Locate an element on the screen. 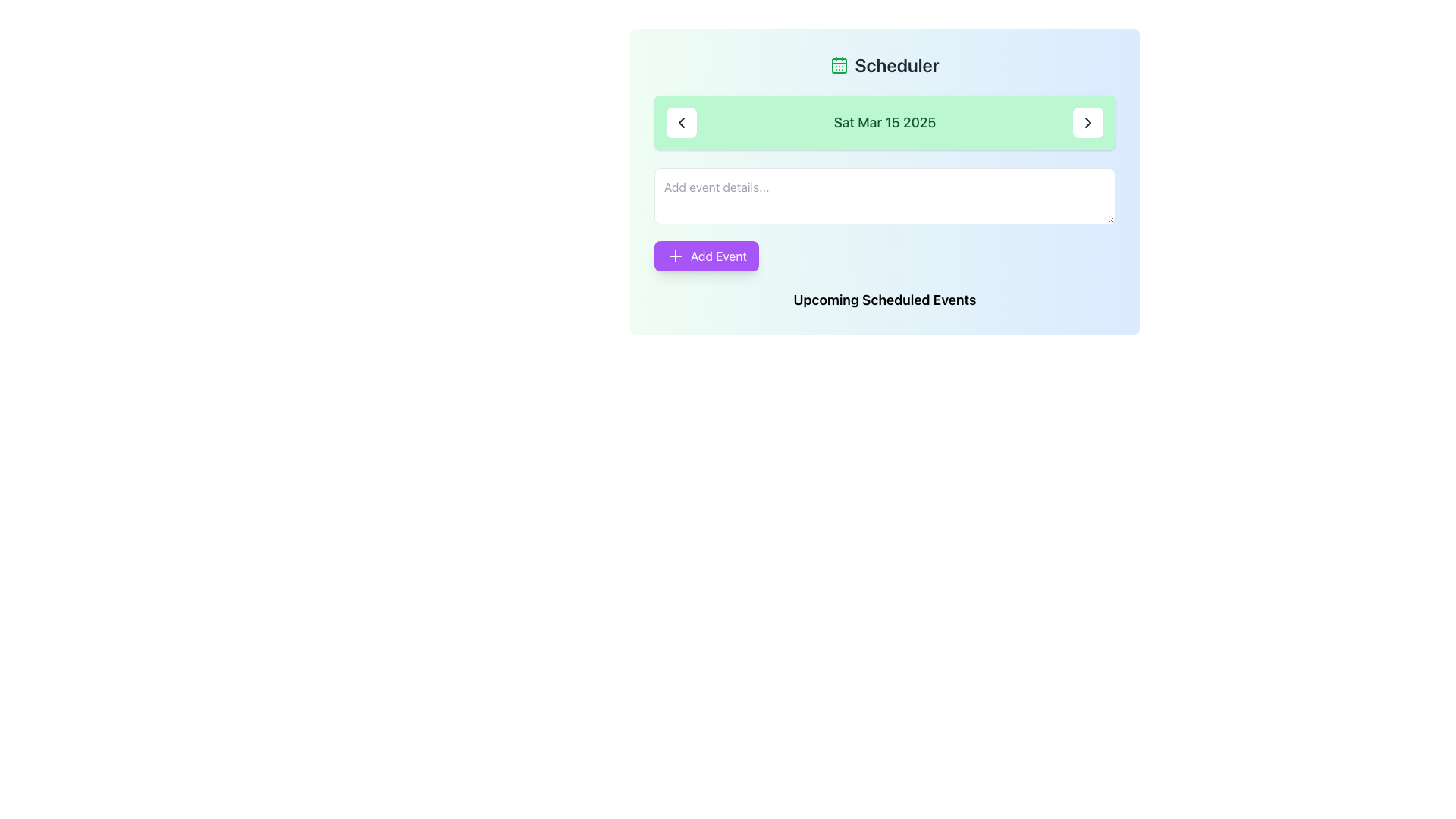  the Static Text Display that shows 'Sat Mar 15 2025' in a medium-sized green font, located within a pale green rectangular strip is located at coordinates (884, 122).